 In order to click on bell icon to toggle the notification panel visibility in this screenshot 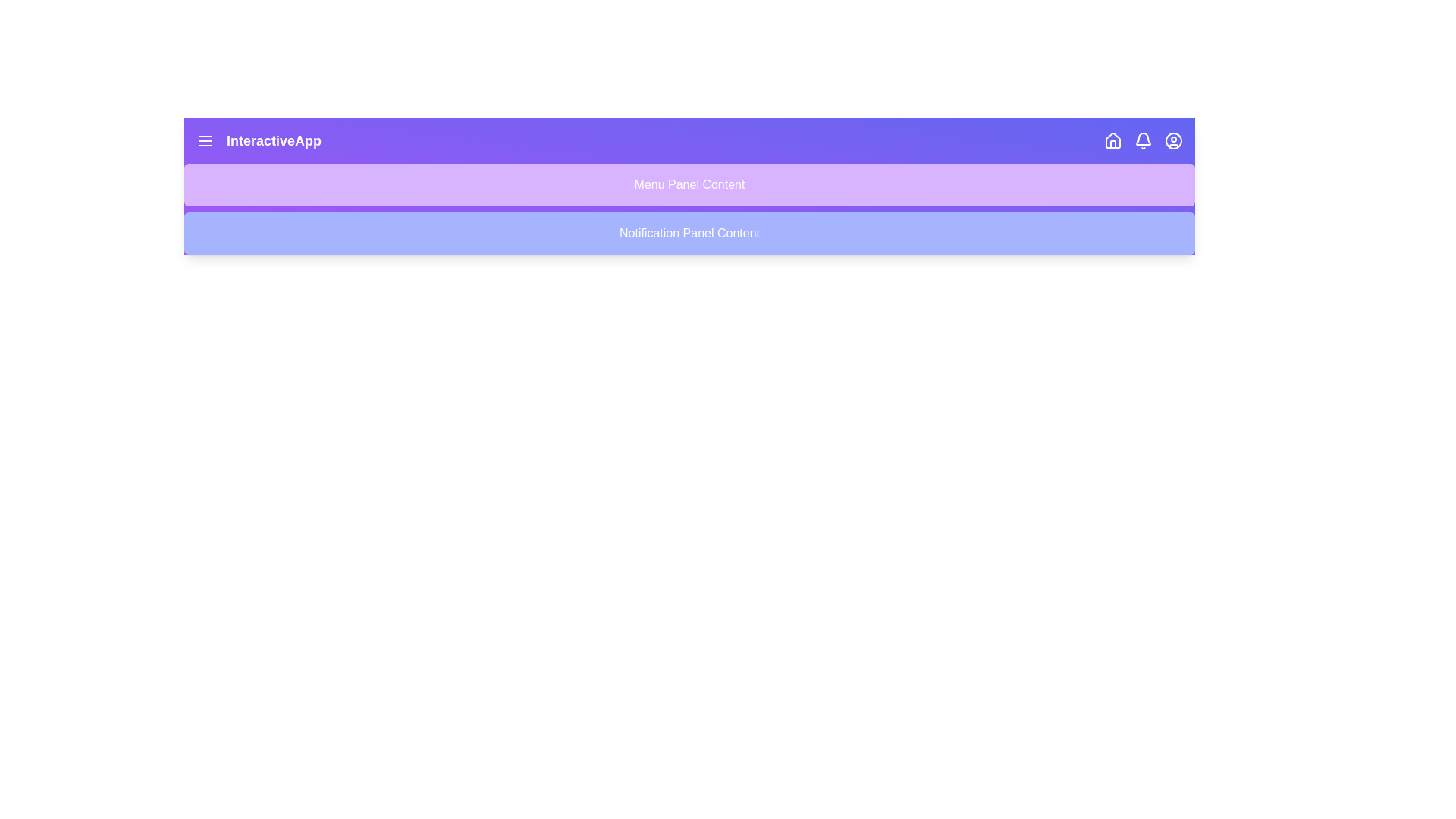, I will do `click(1143, 140)`.